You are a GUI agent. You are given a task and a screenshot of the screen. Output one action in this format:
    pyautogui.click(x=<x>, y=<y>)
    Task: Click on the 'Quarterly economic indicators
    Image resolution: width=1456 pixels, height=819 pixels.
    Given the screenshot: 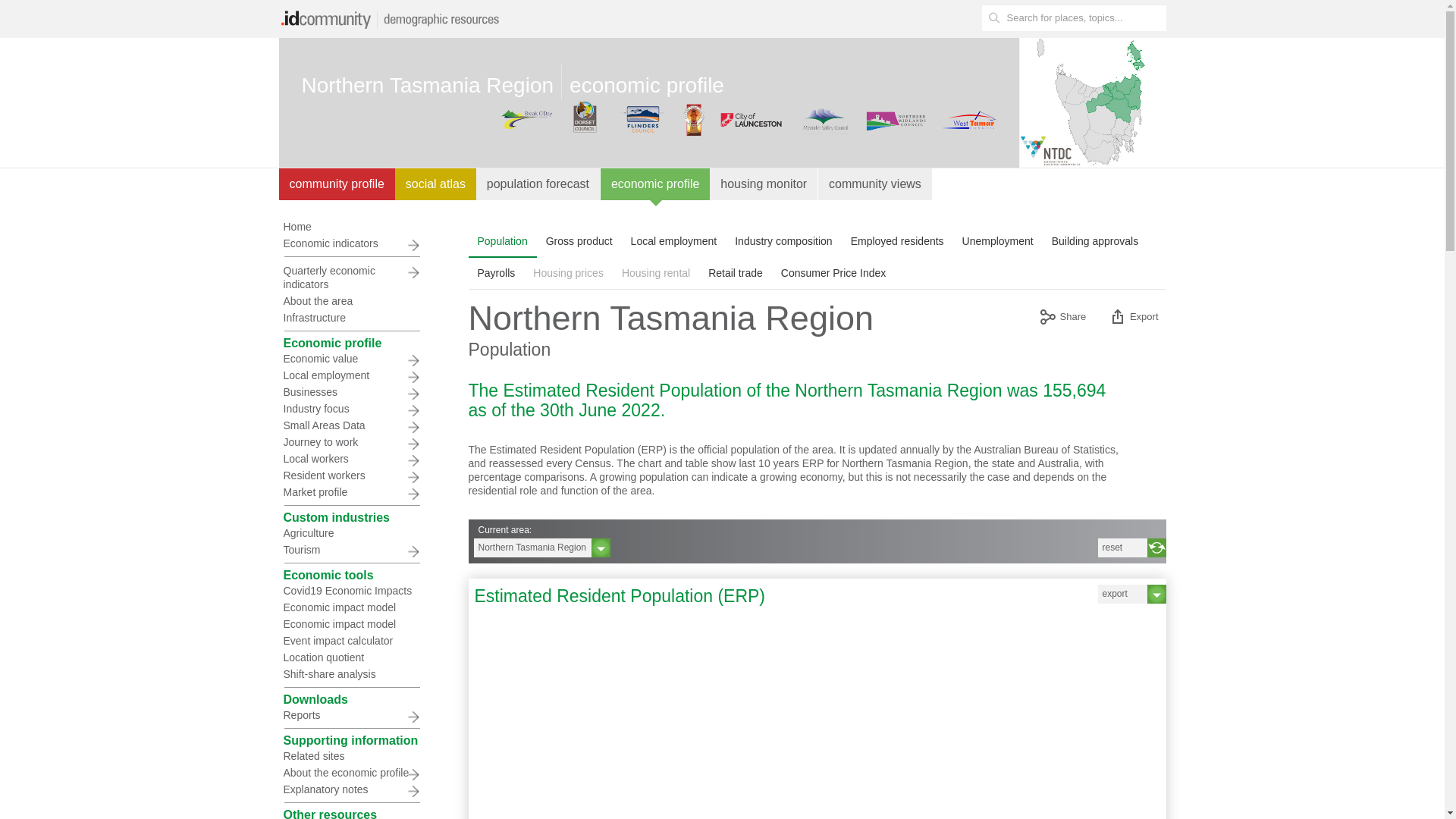 What is the action you would take?
    pyautogui.click(x=350, y=278)
    